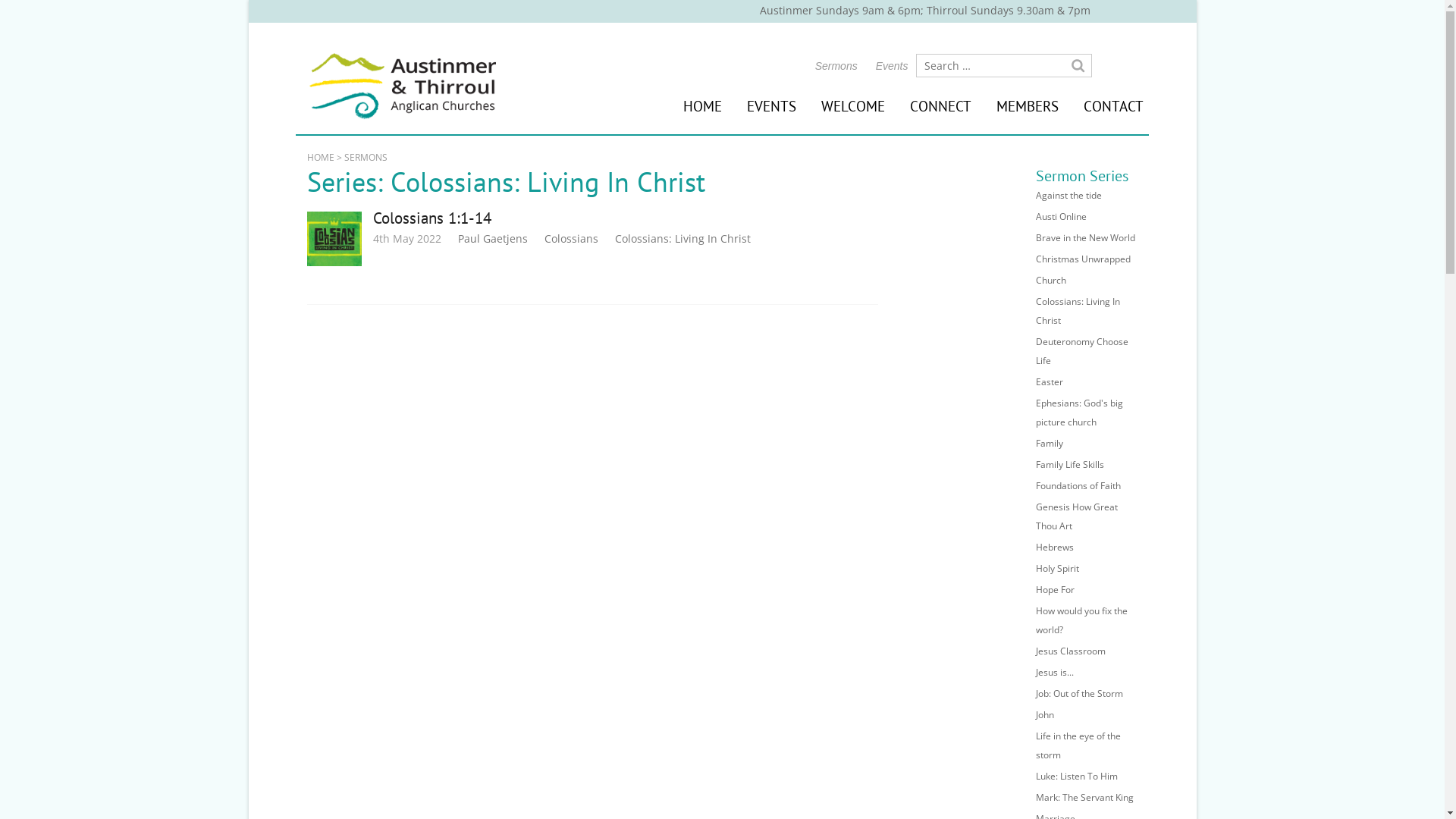  What do you see at coordinates (1082, 258) in the screenshot?
I see `'Christmas Unwrapped'` at bounding box center [1082, 258].